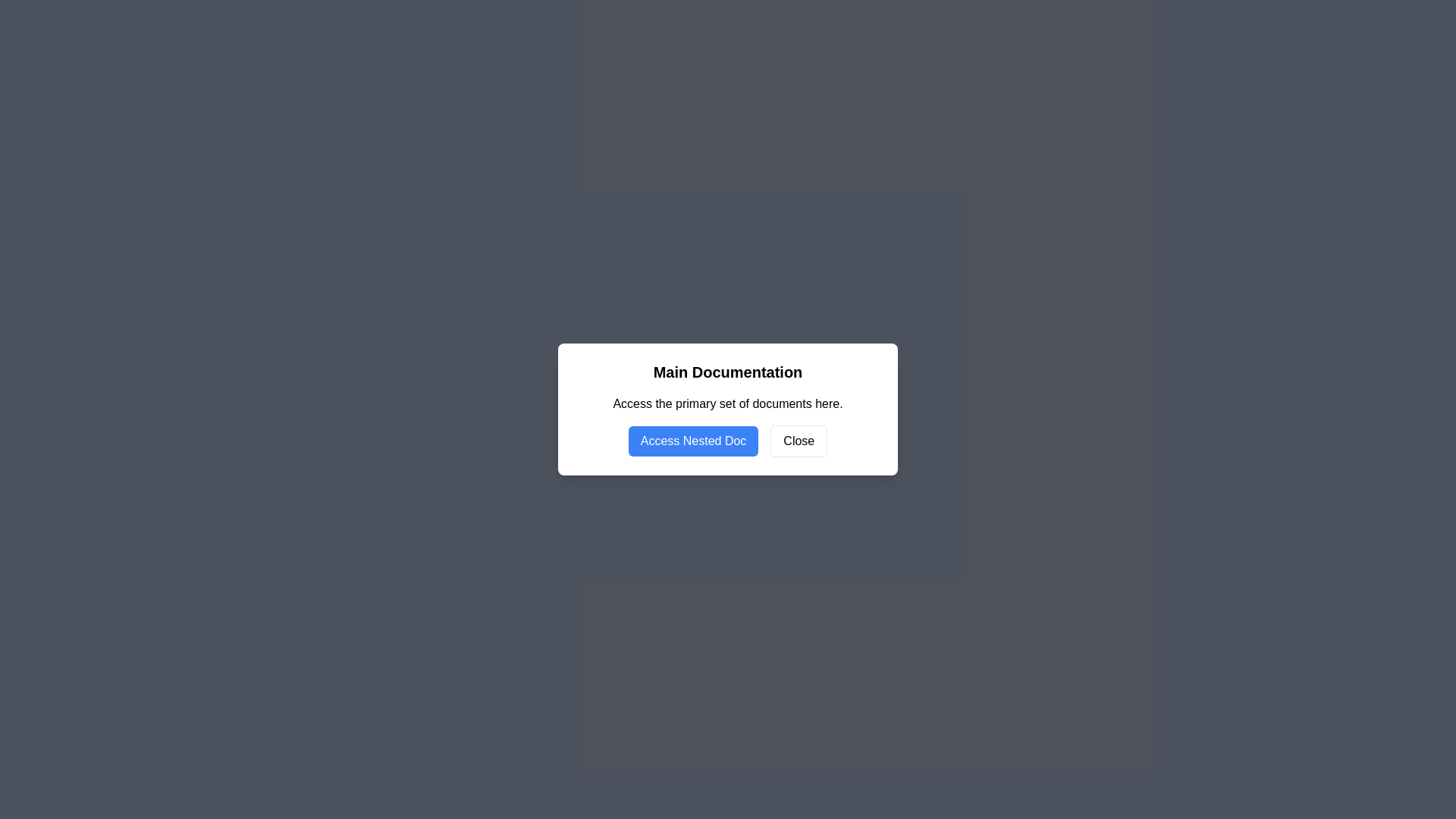 This screenshot has height=819, width=1456. What do you see at coordinates (728, 403) in the screenshot?
I see `the Text label that provides information on accessing documents, which is centrally located below the 'Main Documentation' title and above the buttons 'Access Nested Doc' and 'Close'` at bounding box center [728, 403].